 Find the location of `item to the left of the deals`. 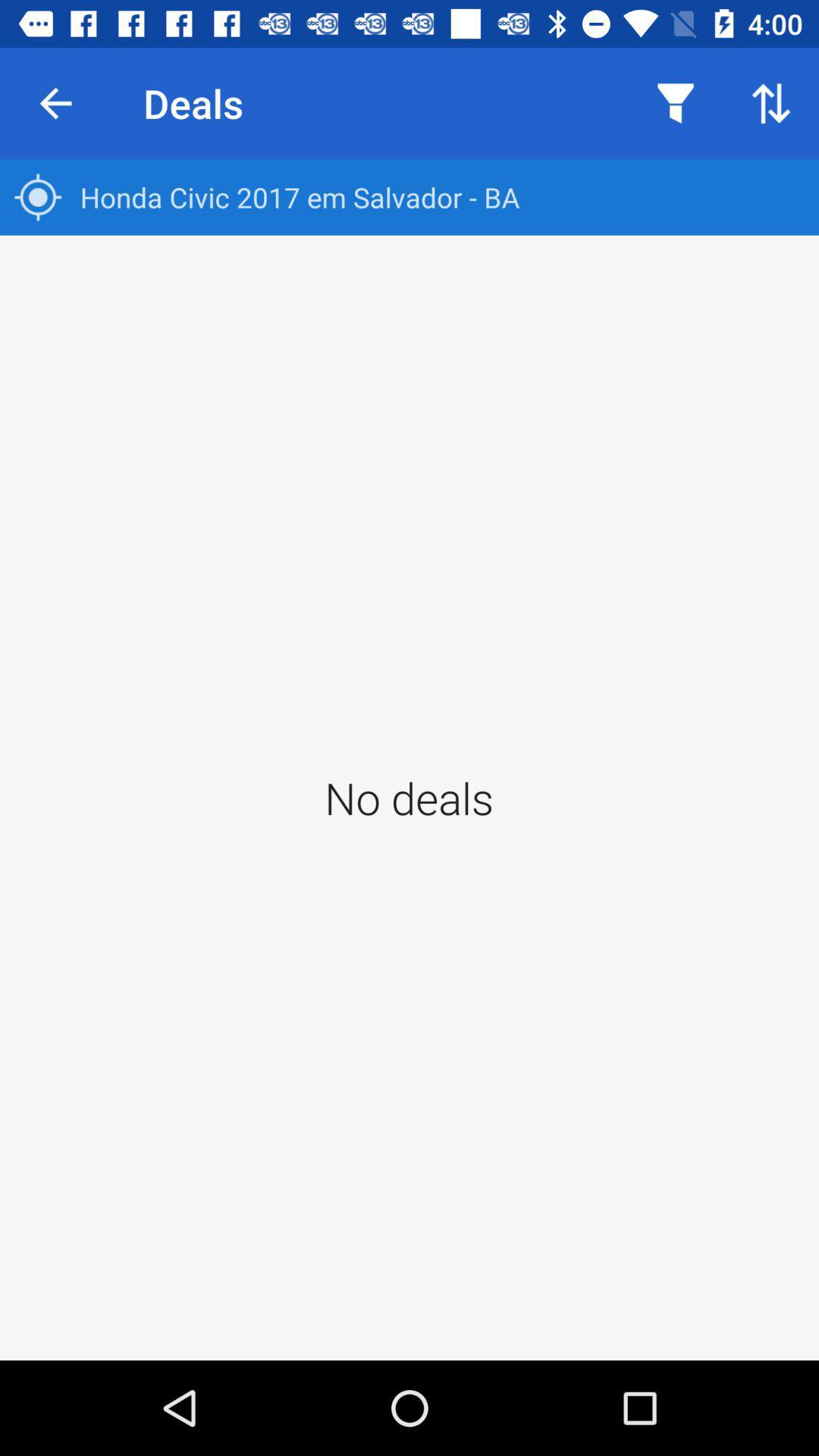

item to the left of the deals is located at coordinates (55, 102).